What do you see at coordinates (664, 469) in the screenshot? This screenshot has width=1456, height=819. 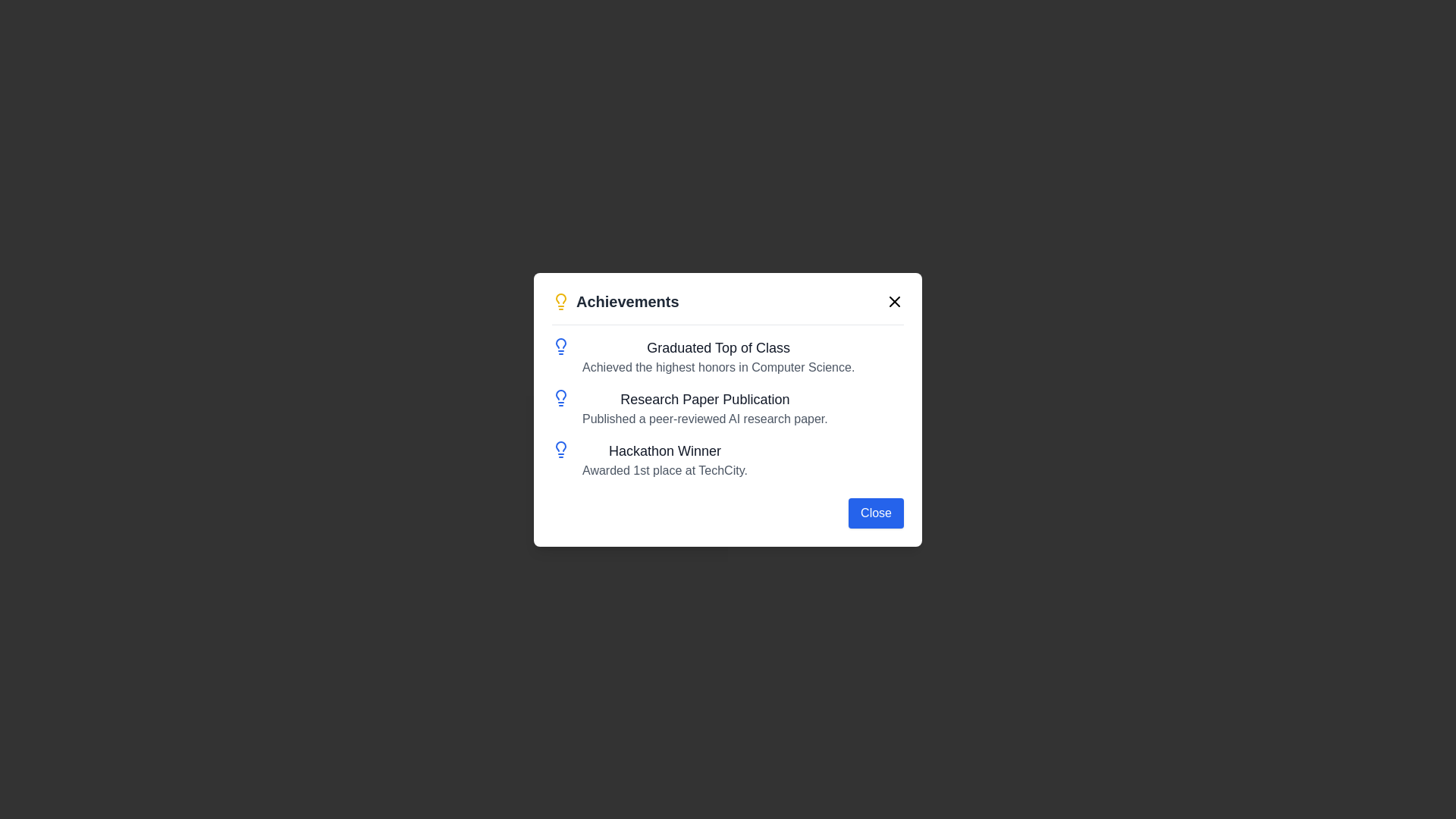 I see `text snippet 'Awarded 1st place at TechCity.' located in the 'Hackathon Winner' section of the 'Achievements' panel, beneath the subtitle 'Hackathon Winner'` at bounding box center [664, 469].